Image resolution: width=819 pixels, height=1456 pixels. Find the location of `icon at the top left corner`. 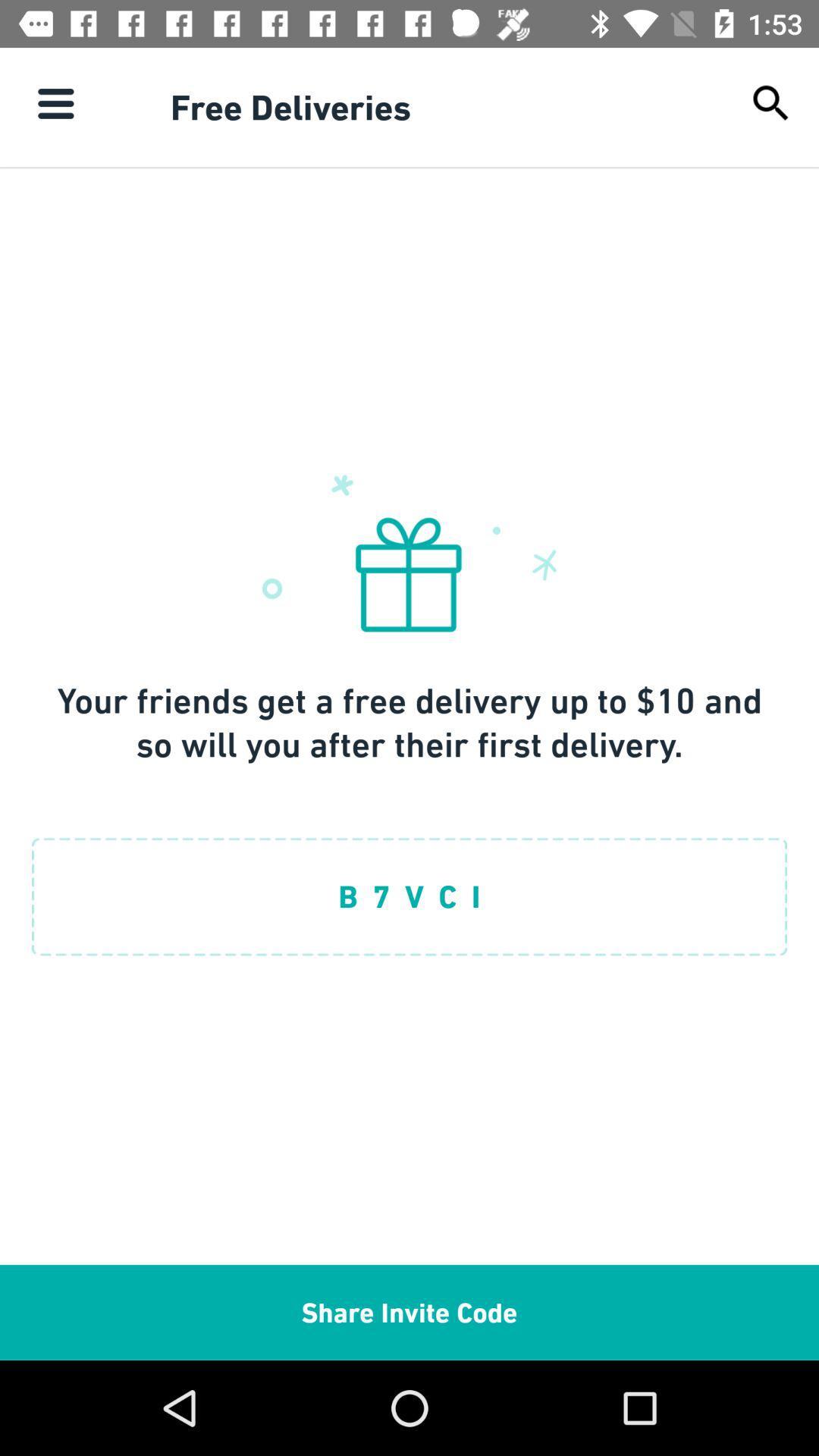

icon at the top left corner is located at coordinates (55, 102).